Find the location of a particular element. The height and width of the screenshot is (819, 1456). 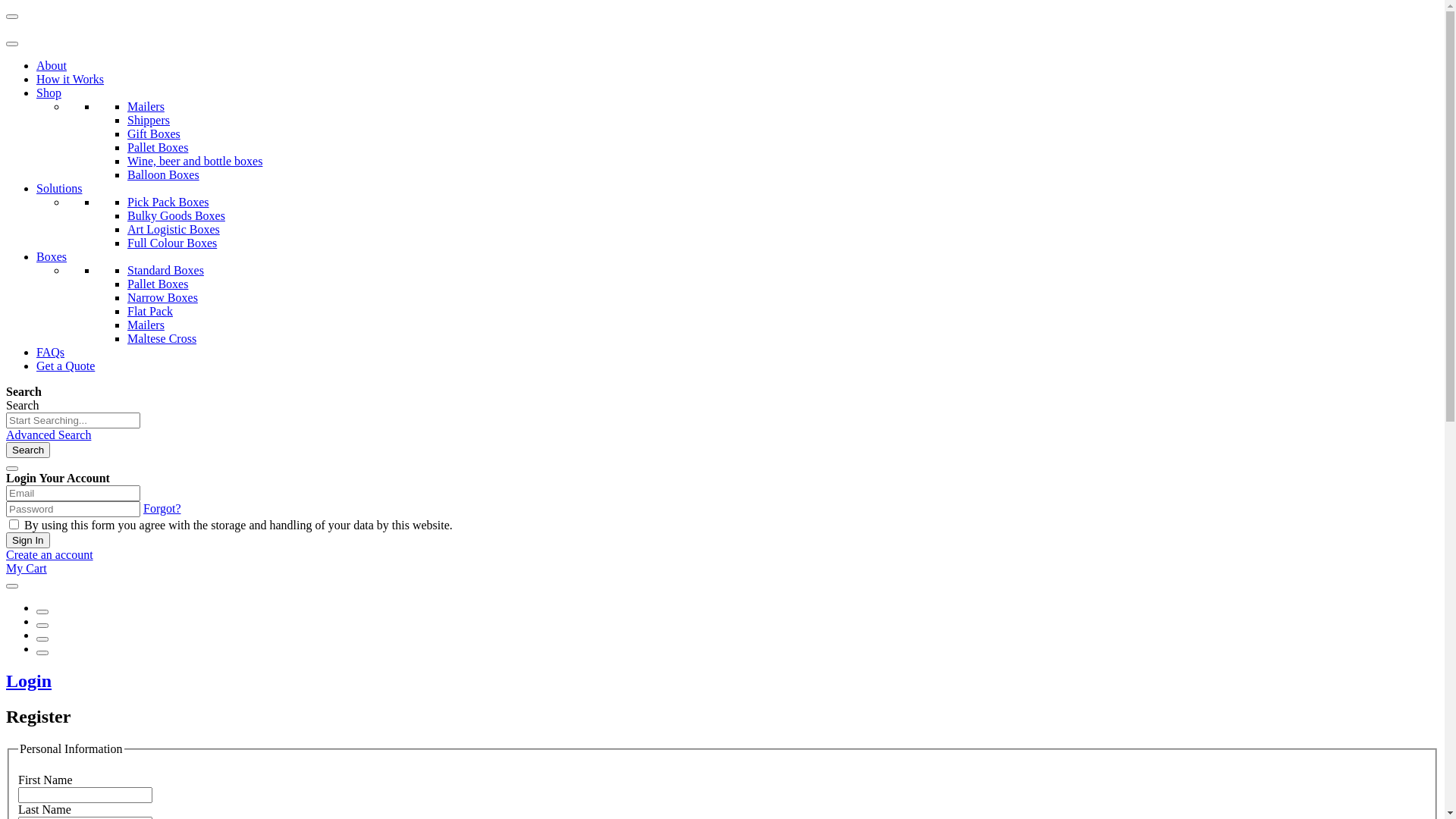

'Pallet Boxes' is located at coordinates (157, 147).